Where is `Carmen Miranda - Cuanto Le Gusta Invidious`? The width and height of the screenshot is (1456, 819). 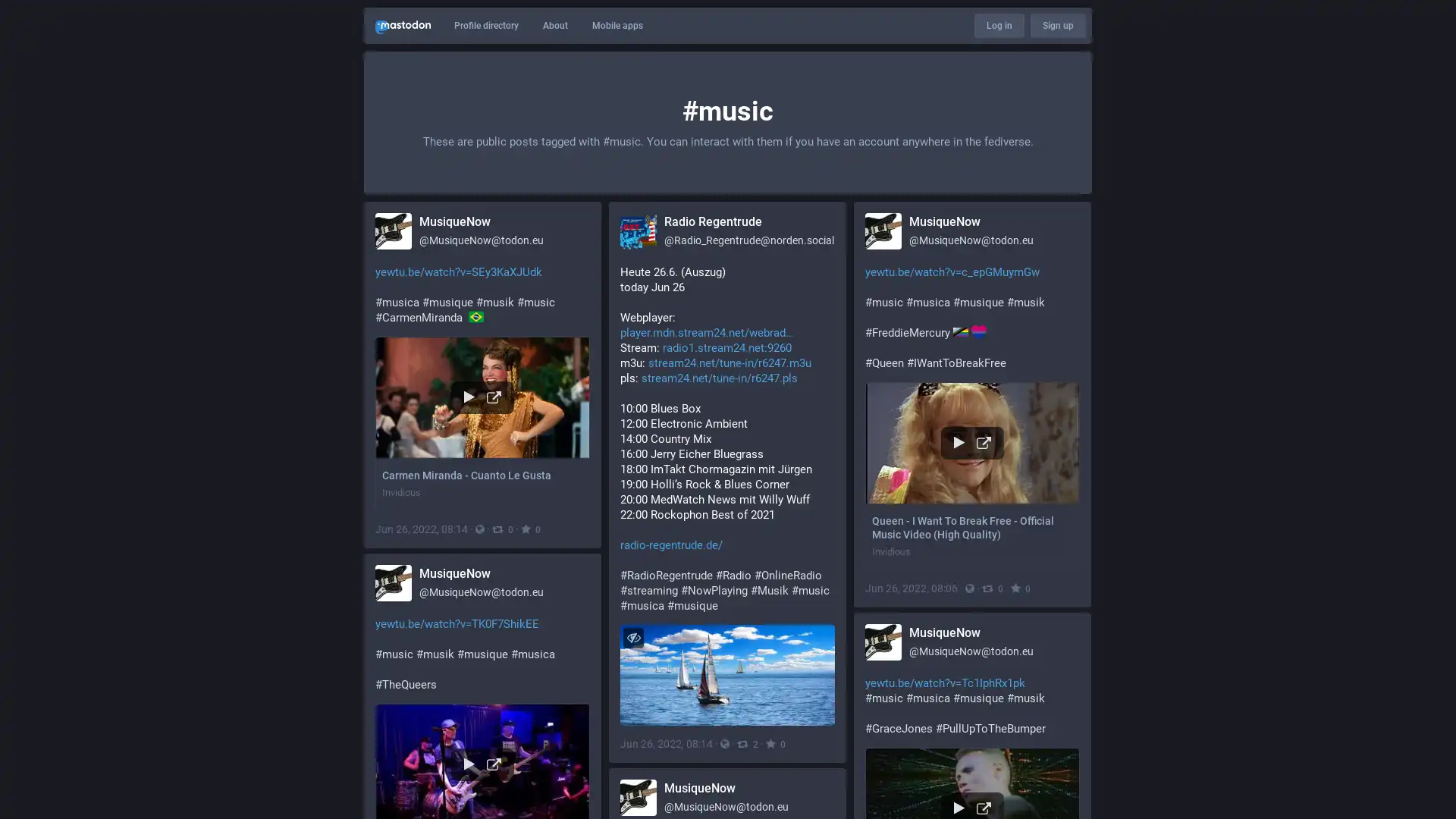
Carmen Miranda - Cuanto Le Gusta Invidious is located at coordinates (482, 423).